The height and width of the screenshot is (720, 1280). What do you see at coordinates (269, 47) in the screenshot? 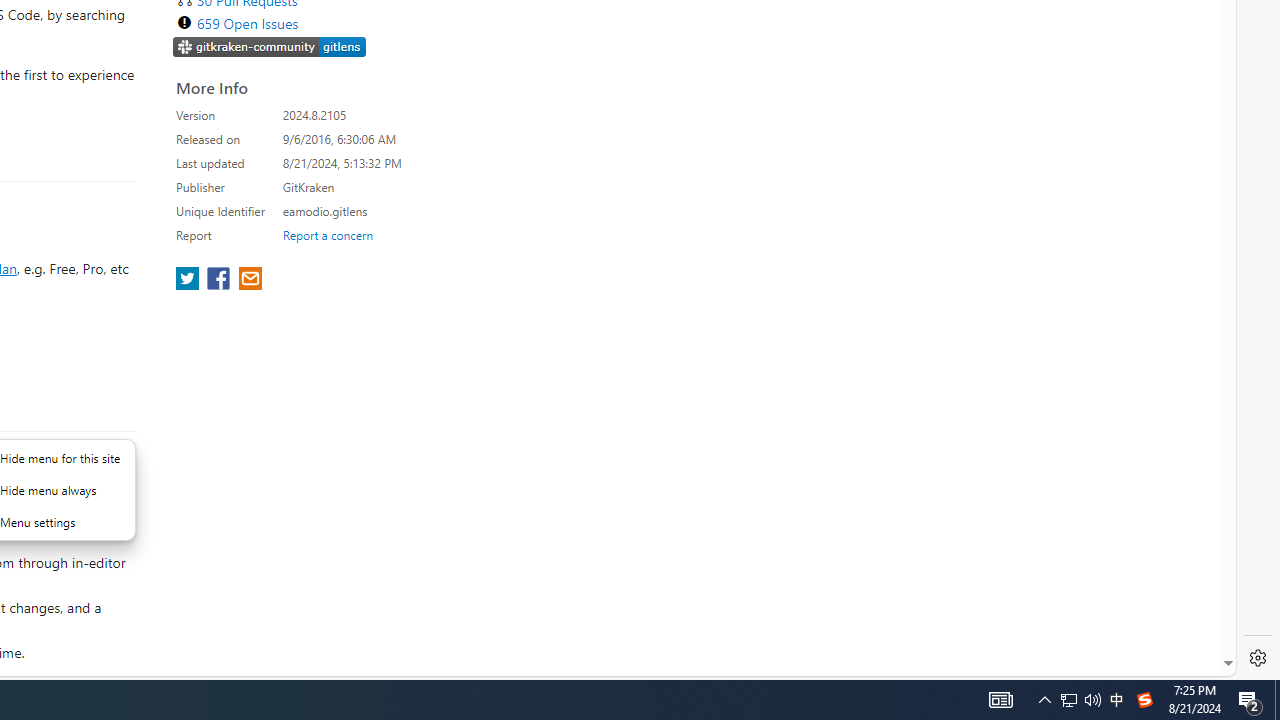
I see `'https://slack.gitkraken.com//'` at bounding box center [269, 47].